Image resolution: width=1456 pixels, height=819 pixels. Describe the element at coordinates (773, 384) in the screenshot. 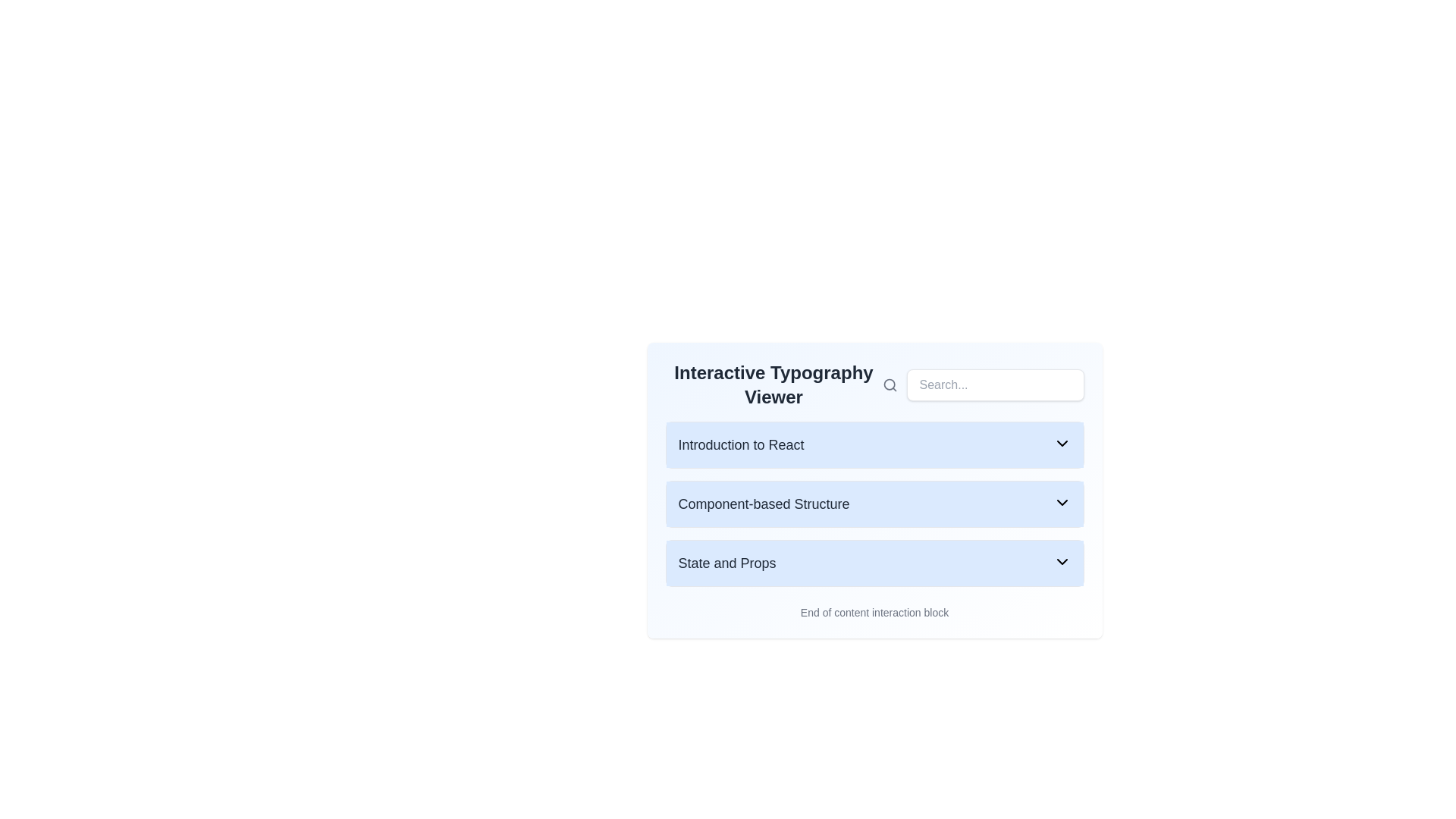

I see `the Text Header element that serves as the title or header for the section, located to the left of the search box input field and an icon` at that location.